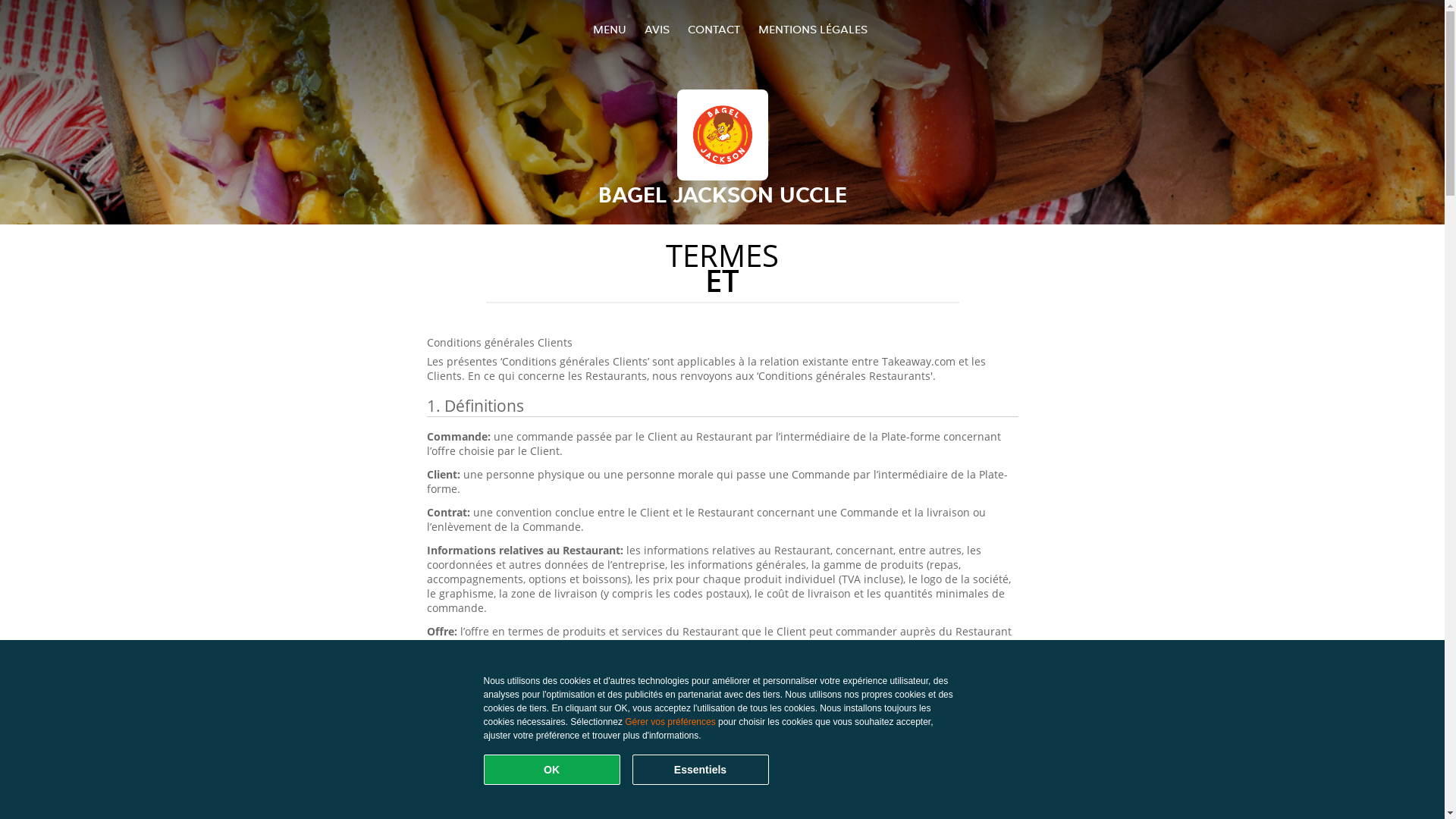  What do you see at coordinates (699, 769) in the screenshot?
I see `'Essentiels'` at bounding box center [699, 769].